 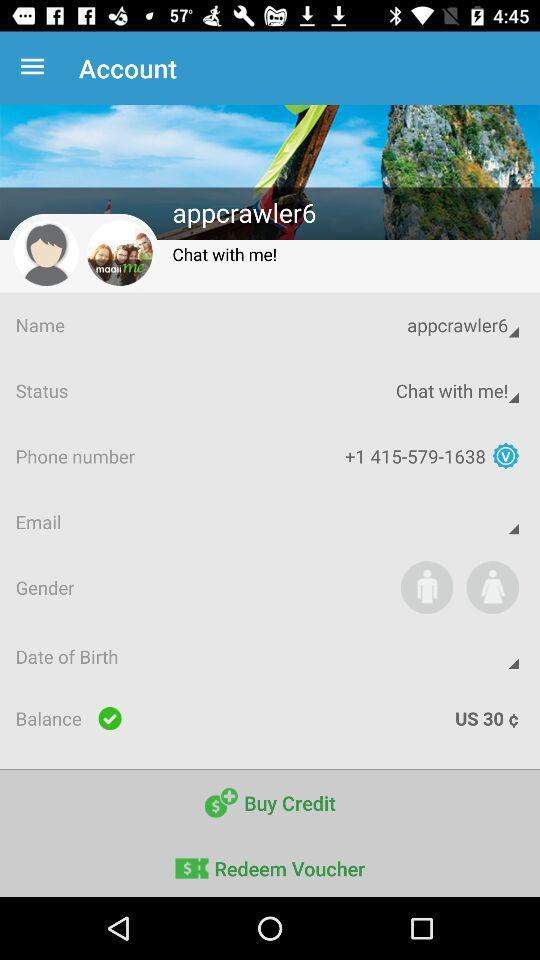 I want to click on redeem voucher item, so click(x=270, y=865).